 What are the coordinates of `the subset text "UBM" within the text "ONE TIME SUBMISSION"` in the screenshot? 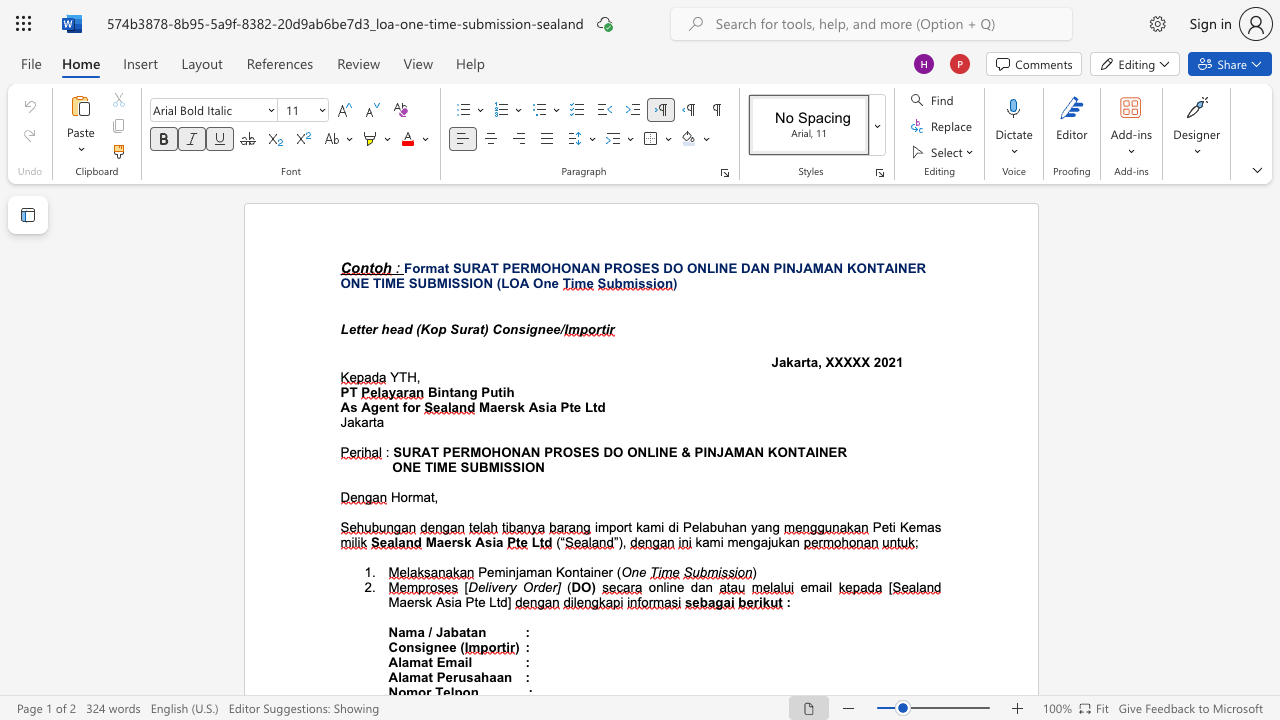 It's located at (468, 467).